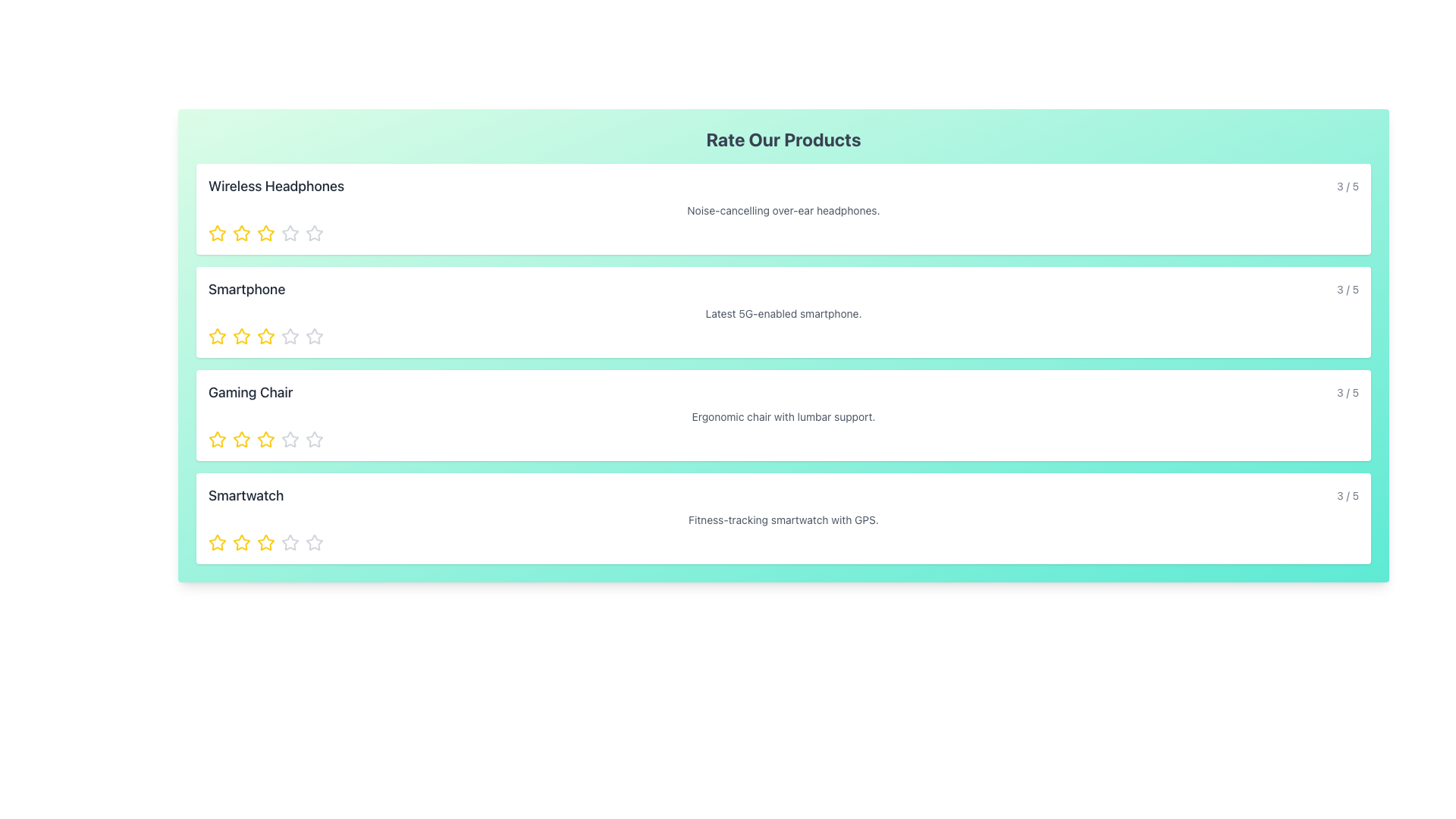 This screenshot has width=1456, height=819. Describe the element at coordinates (246, 289) in the screenshot. I see `the static text label displaying 'Smartphone' in bold, dark gray font, located in the second block of the 'Rate Our Products' section` at that location.